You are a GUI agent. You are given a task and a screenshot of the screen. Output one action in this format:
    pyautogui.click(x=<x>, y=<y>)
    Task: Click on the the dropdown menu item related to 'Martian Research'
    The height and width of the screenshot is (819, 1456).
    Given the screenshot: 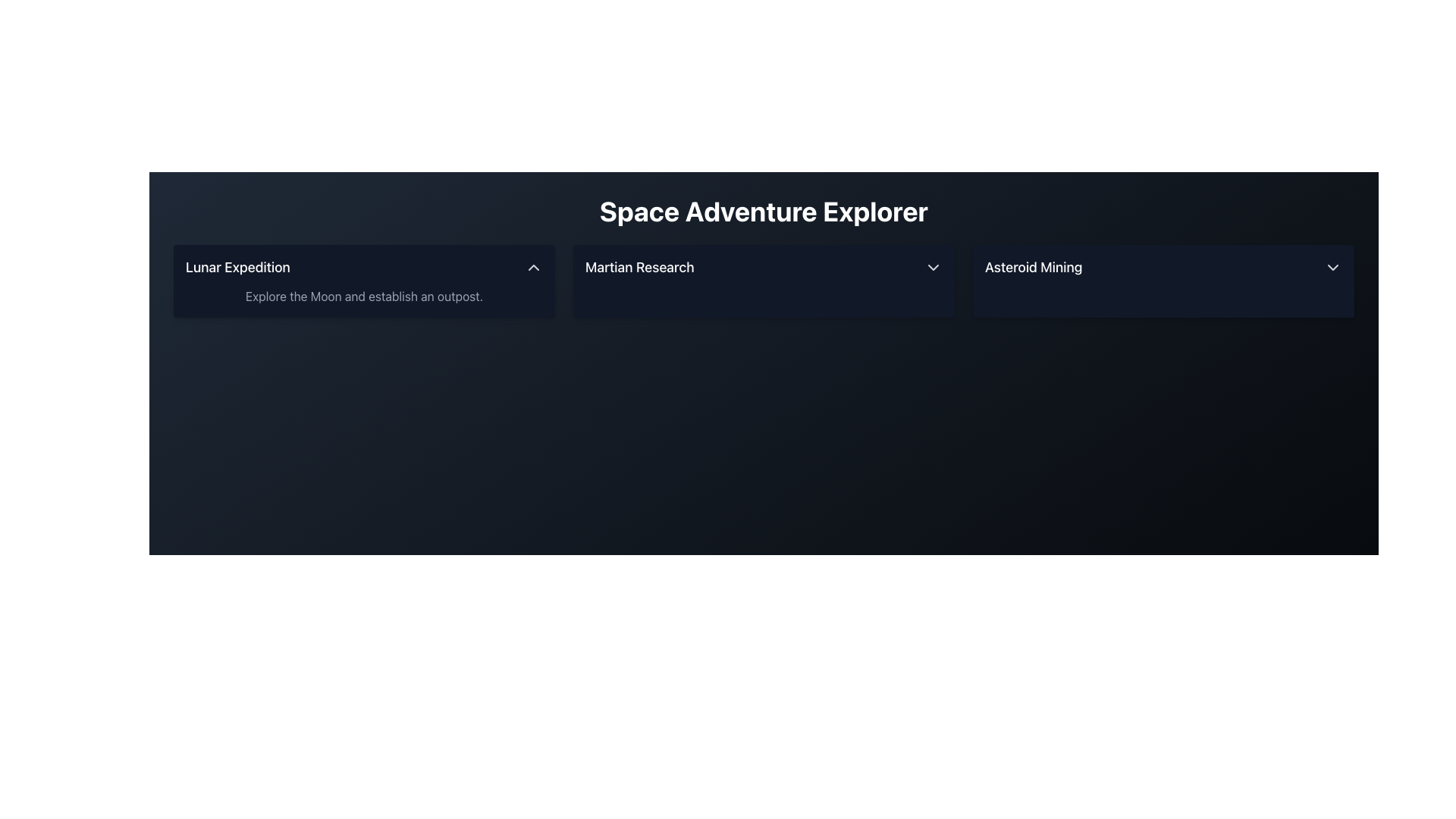 What is the action you would take?
    pyautogui.click(x=764, y=267)
    